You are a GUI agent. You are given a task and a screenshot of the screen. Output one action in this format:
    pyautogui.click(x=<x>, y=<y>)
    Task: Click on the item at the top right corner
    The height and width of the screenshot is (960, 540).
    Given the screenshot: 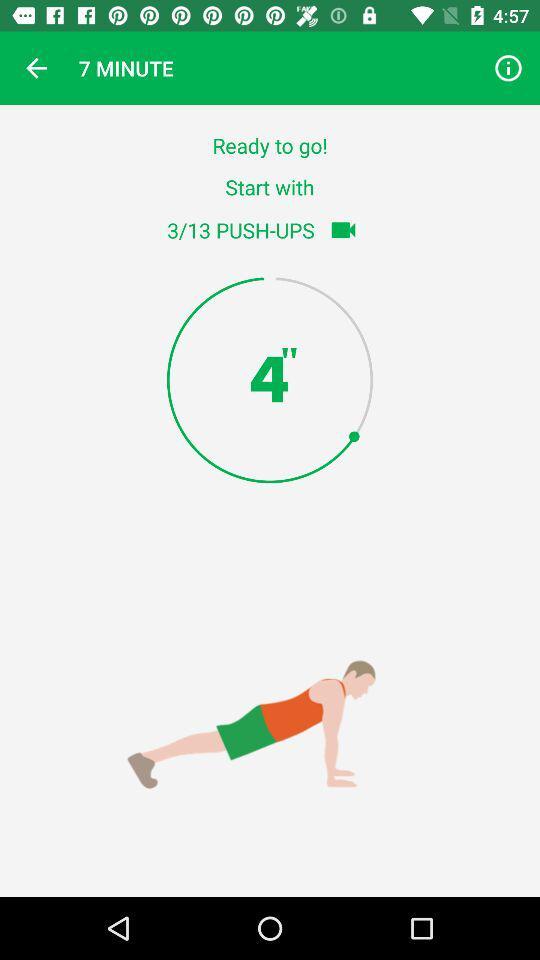 What is the action you would take?
    pyautogui.click(x=508, y=68)
    